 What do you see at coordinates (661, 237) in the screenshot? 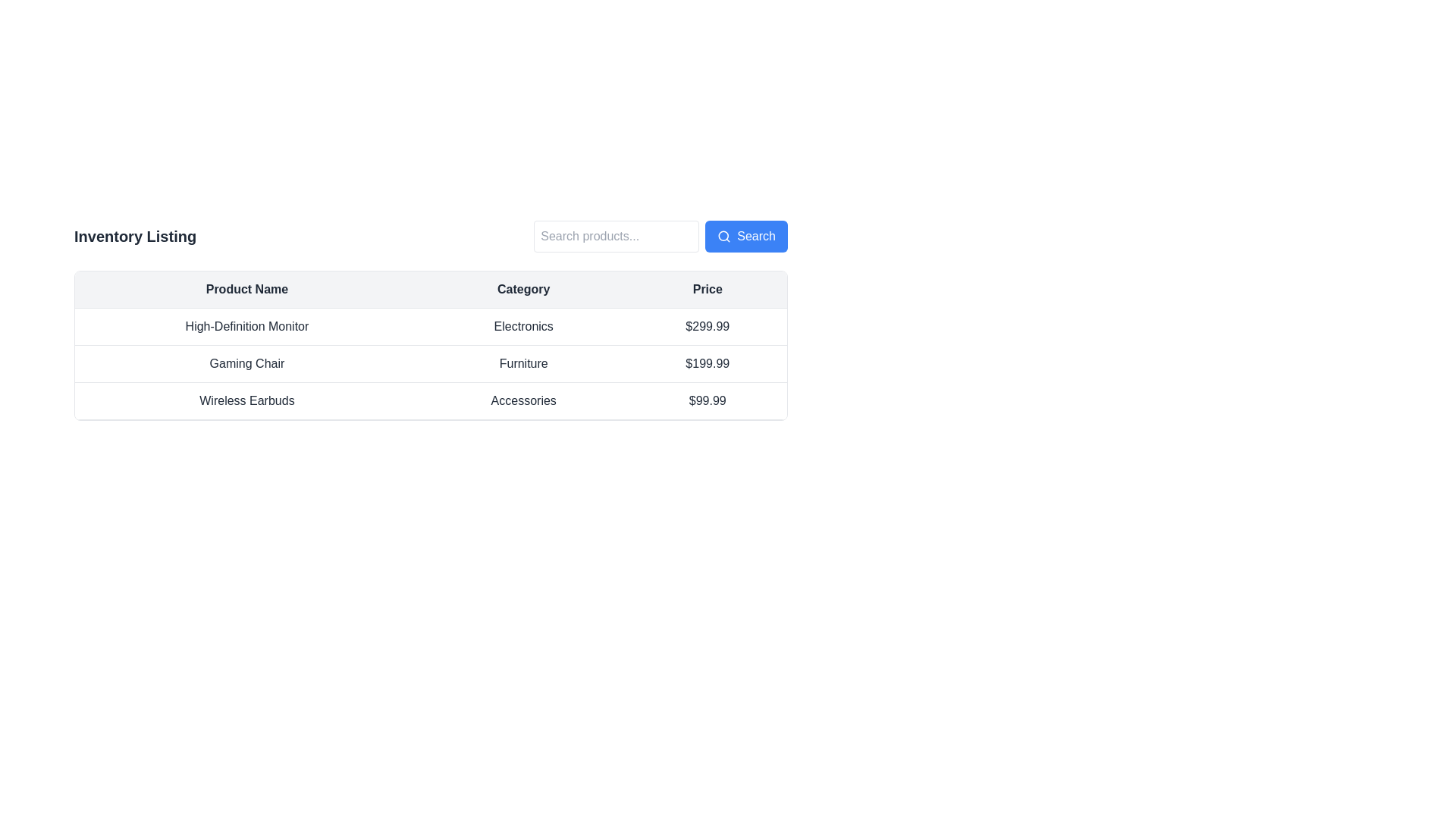
I see `within the input field of the Search bar located in the upper center-right of the 'Inventory Listing' section to type a query` at bounding box center [661, 237].